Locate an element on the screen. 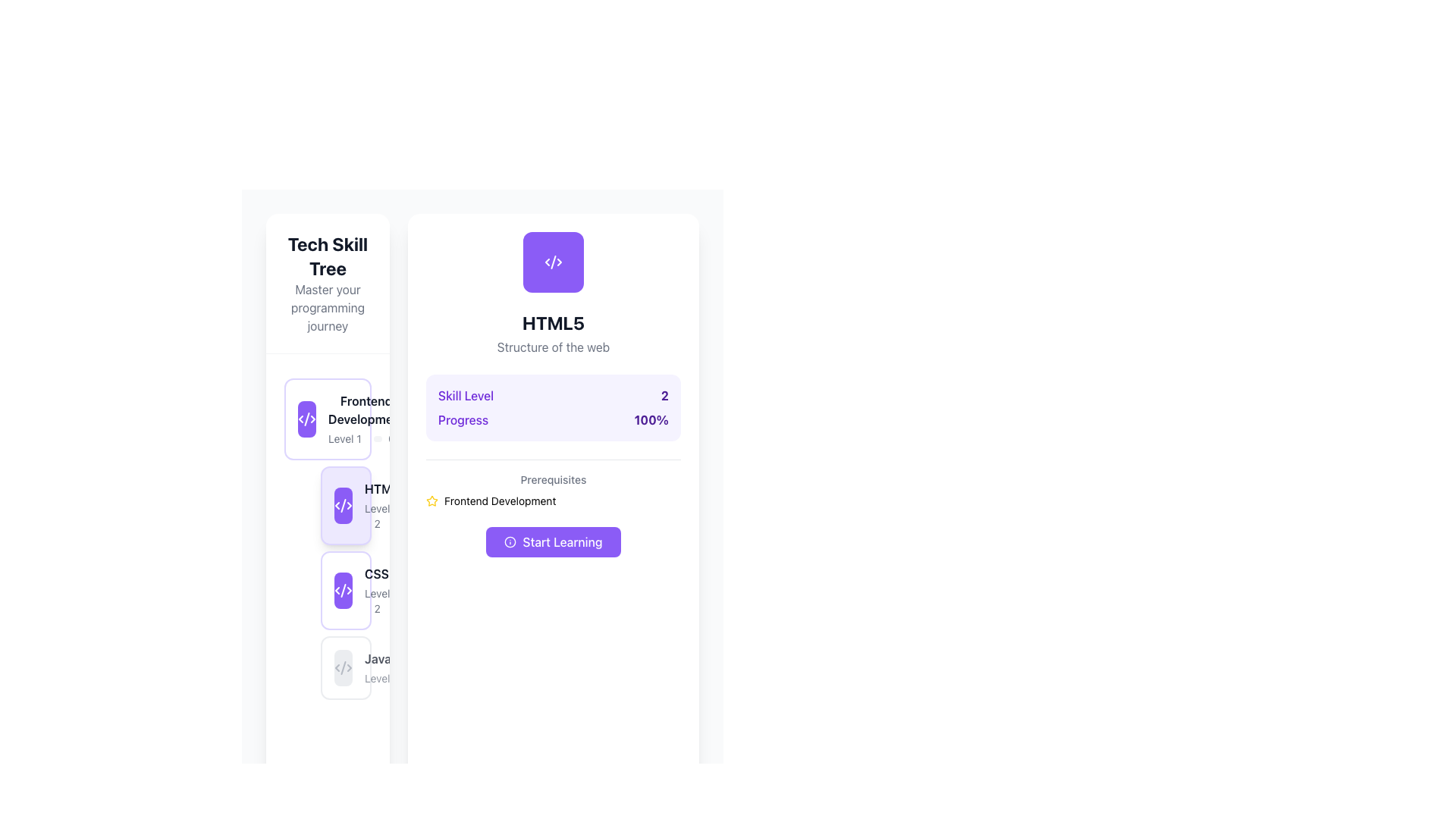 The height and width of the screenshot is (819, 1456). the informational button displaying the skill 'JavaScript' located below the 'CSS3 Level' section in the left sidebar is located at coordinates (327, 667).